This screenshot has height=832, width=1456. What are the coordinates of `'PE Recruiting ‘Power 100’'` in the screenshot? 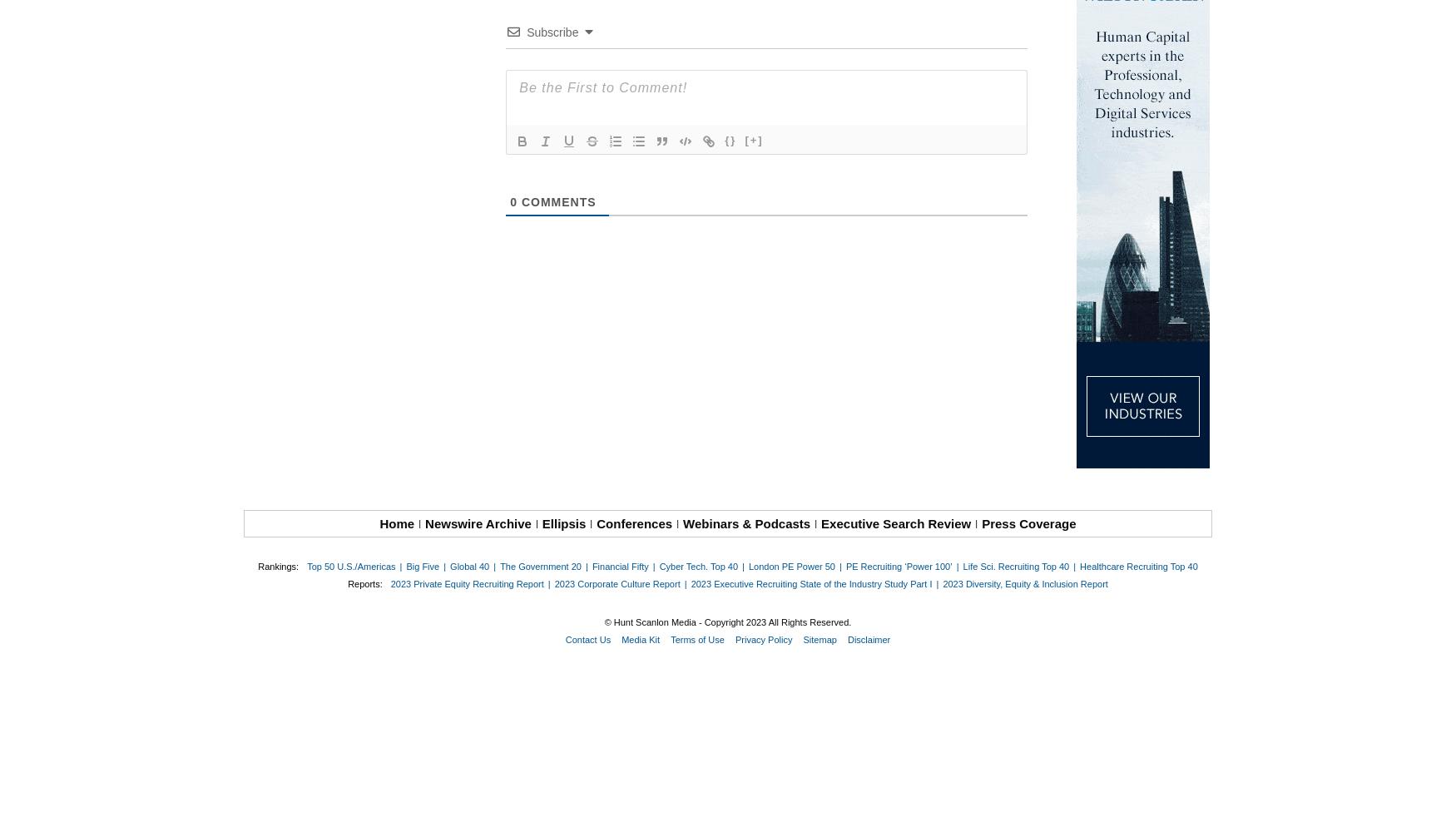 It's located at (898, 567).